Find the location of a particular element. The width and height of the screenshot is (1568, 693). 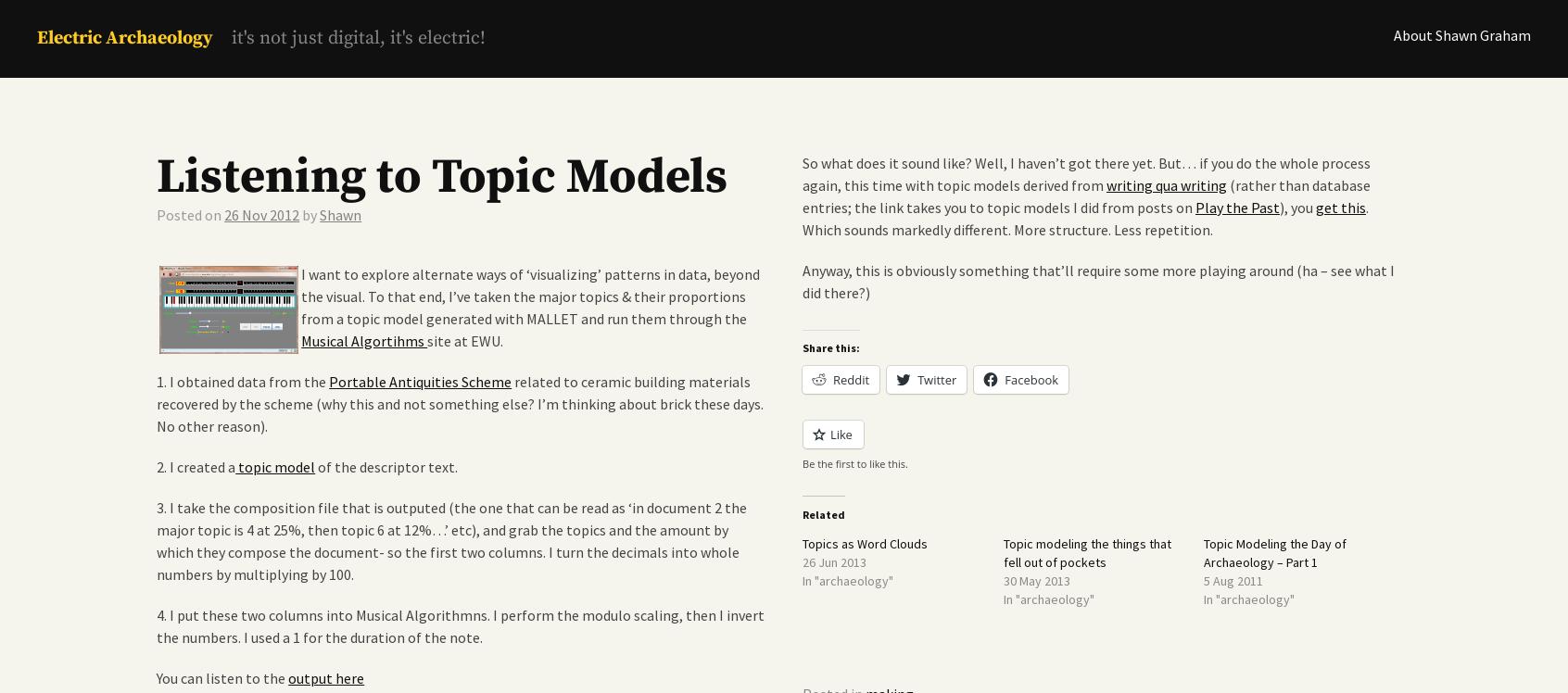

'writing qua writing' is located at coordinates (1167, 185).